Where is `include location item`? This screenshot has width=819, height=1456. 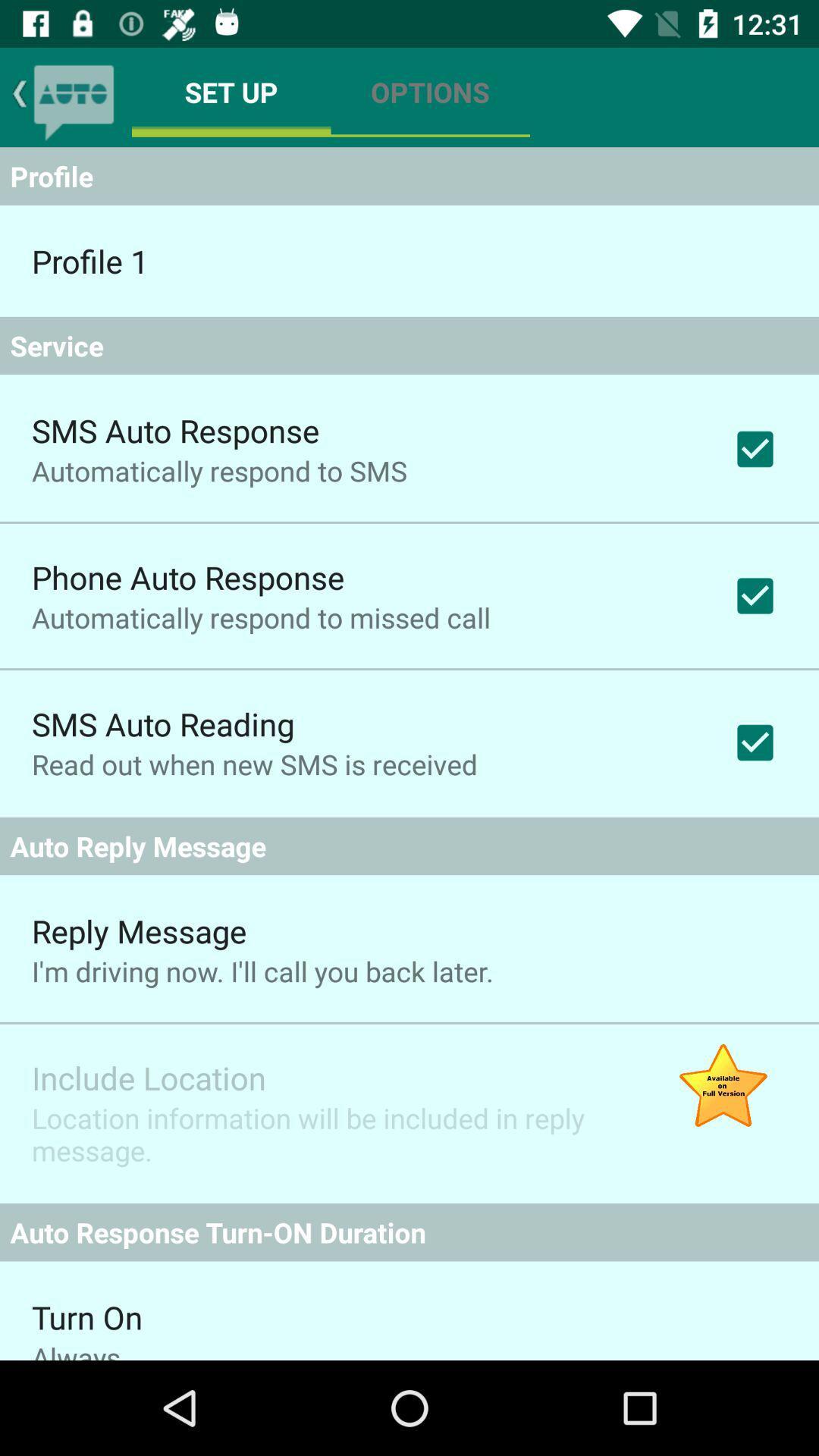 include location item is located at coordinates (149, 1077).